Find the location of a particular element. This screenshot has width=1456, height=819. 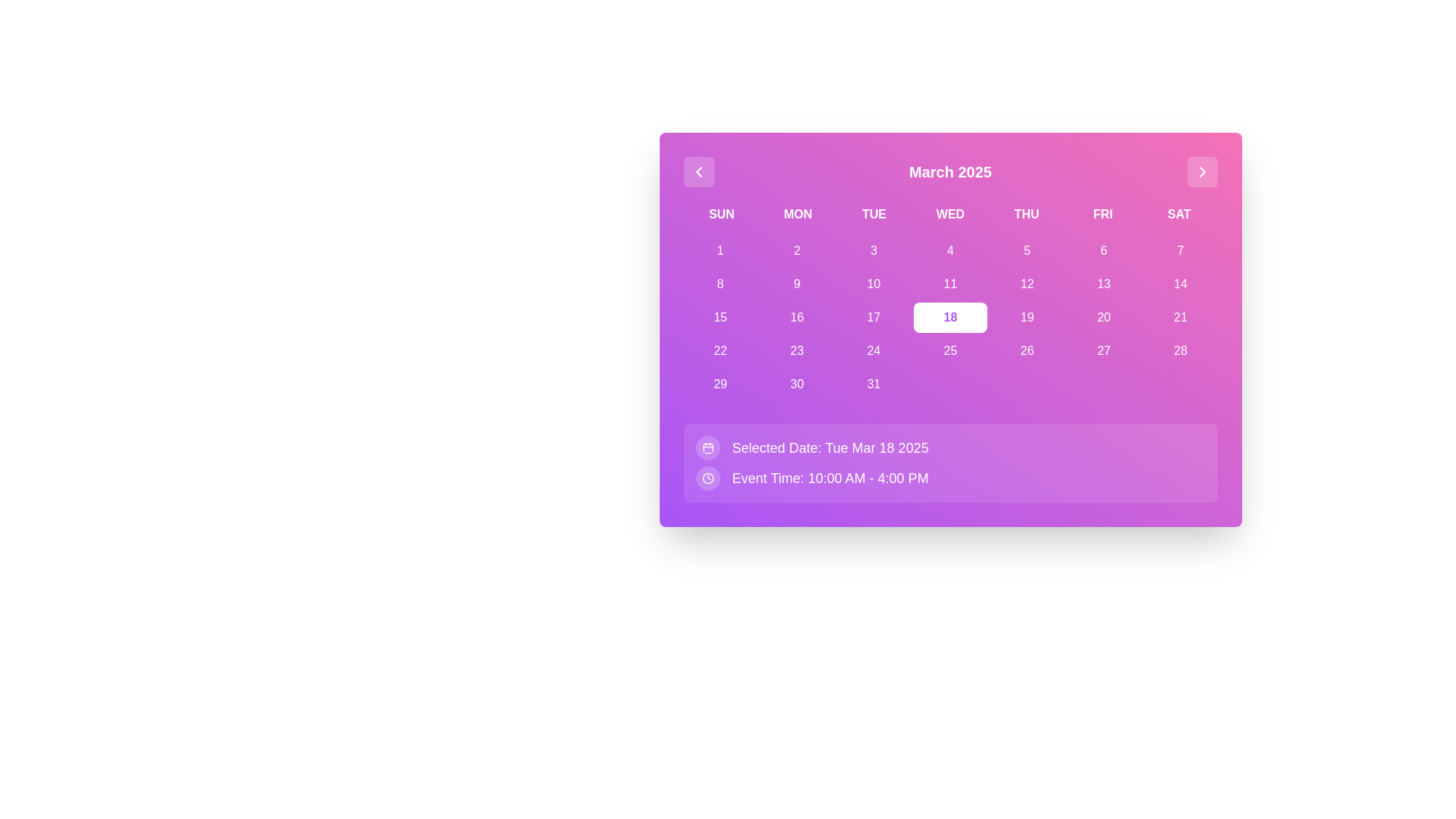

the navigation control icon located in the top-right area of the calendar interface is located at coordinates (1201, 171).